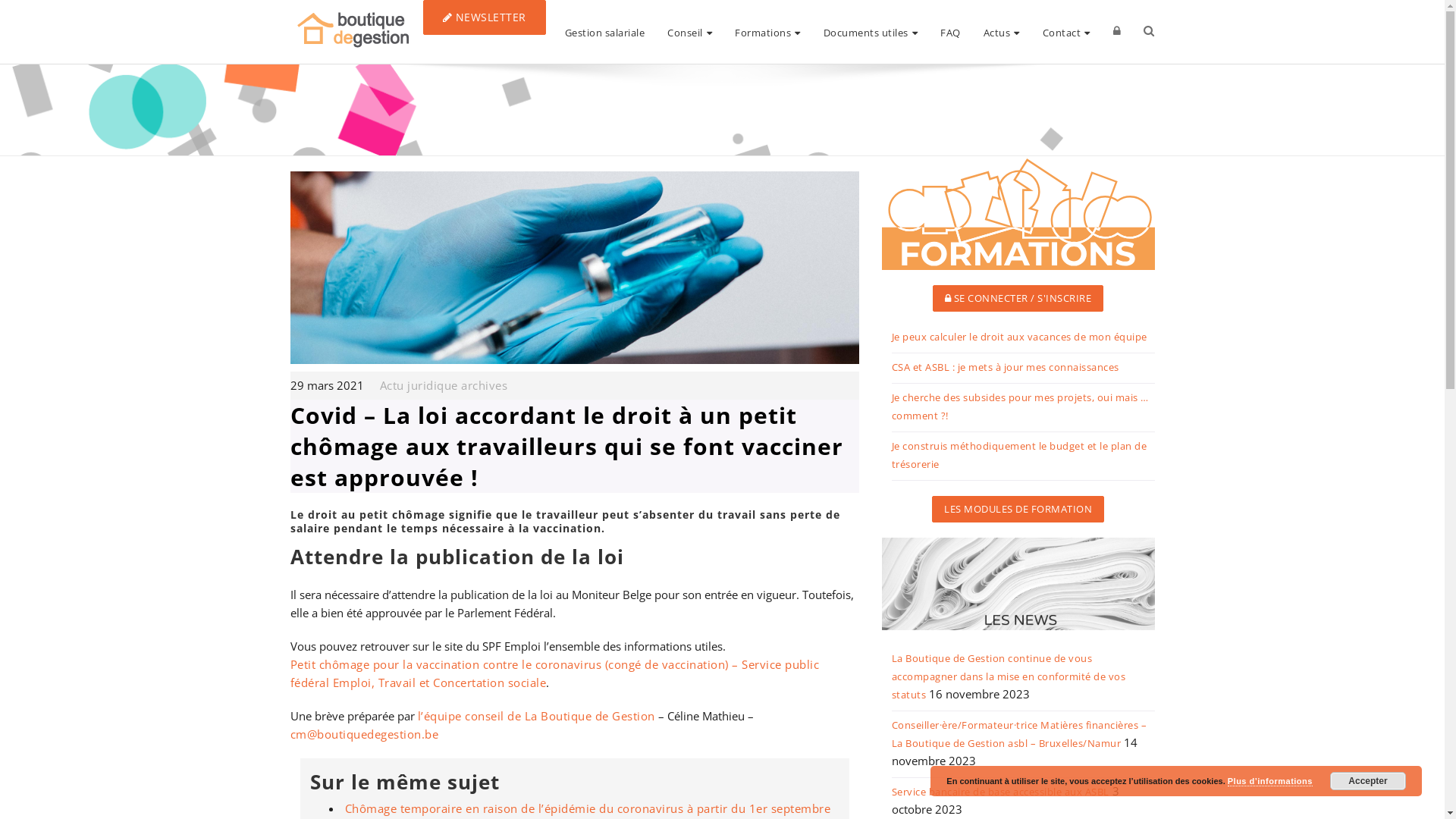 The height and width of the screenshot is (819, 1456). I want to click on 'cm@boutiquedegestion.be', so click(364, 733).